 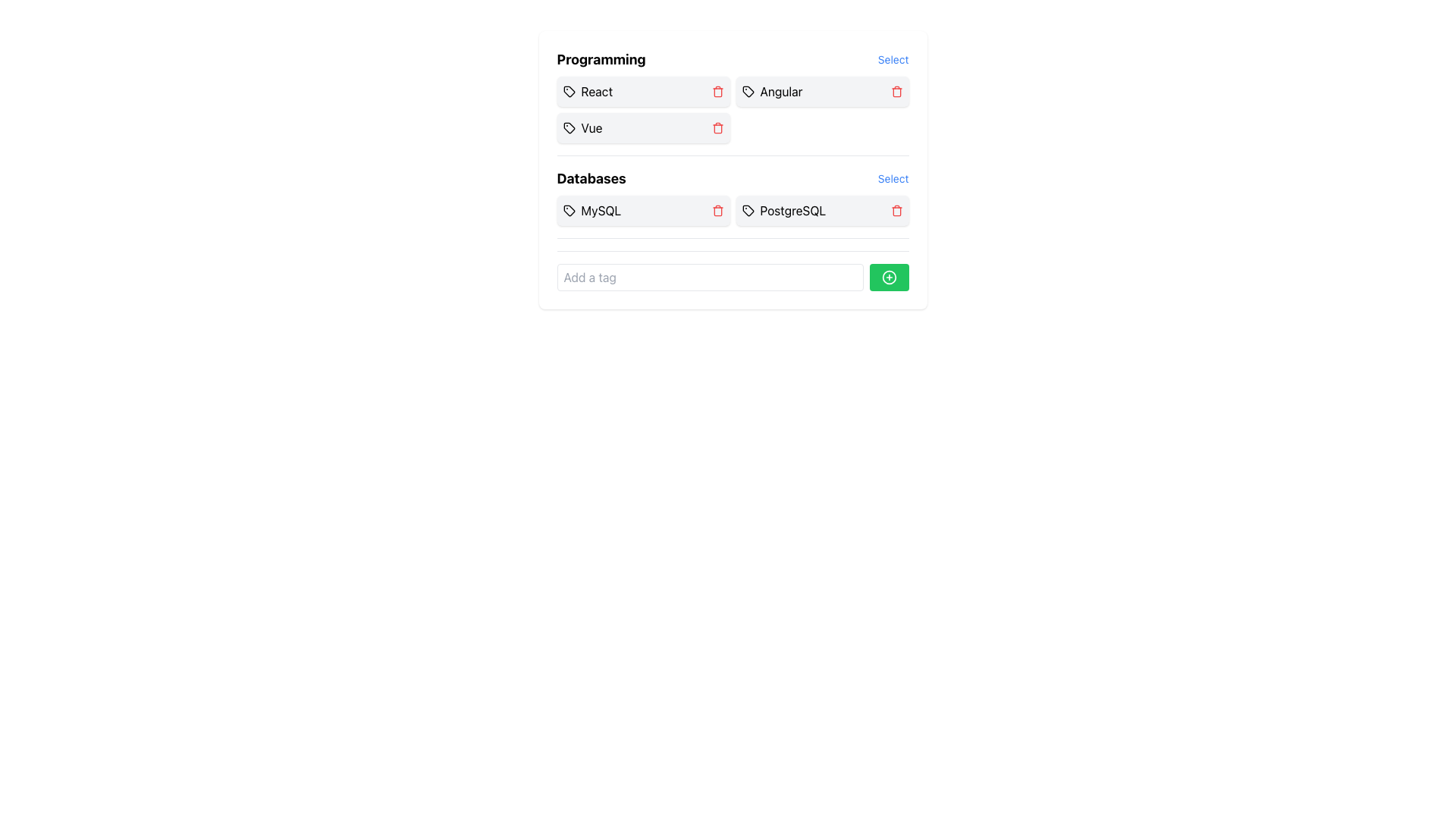 I want to click on the red trash icon button located at the right side of the 'Programming' section, so click(x=717, y=127).